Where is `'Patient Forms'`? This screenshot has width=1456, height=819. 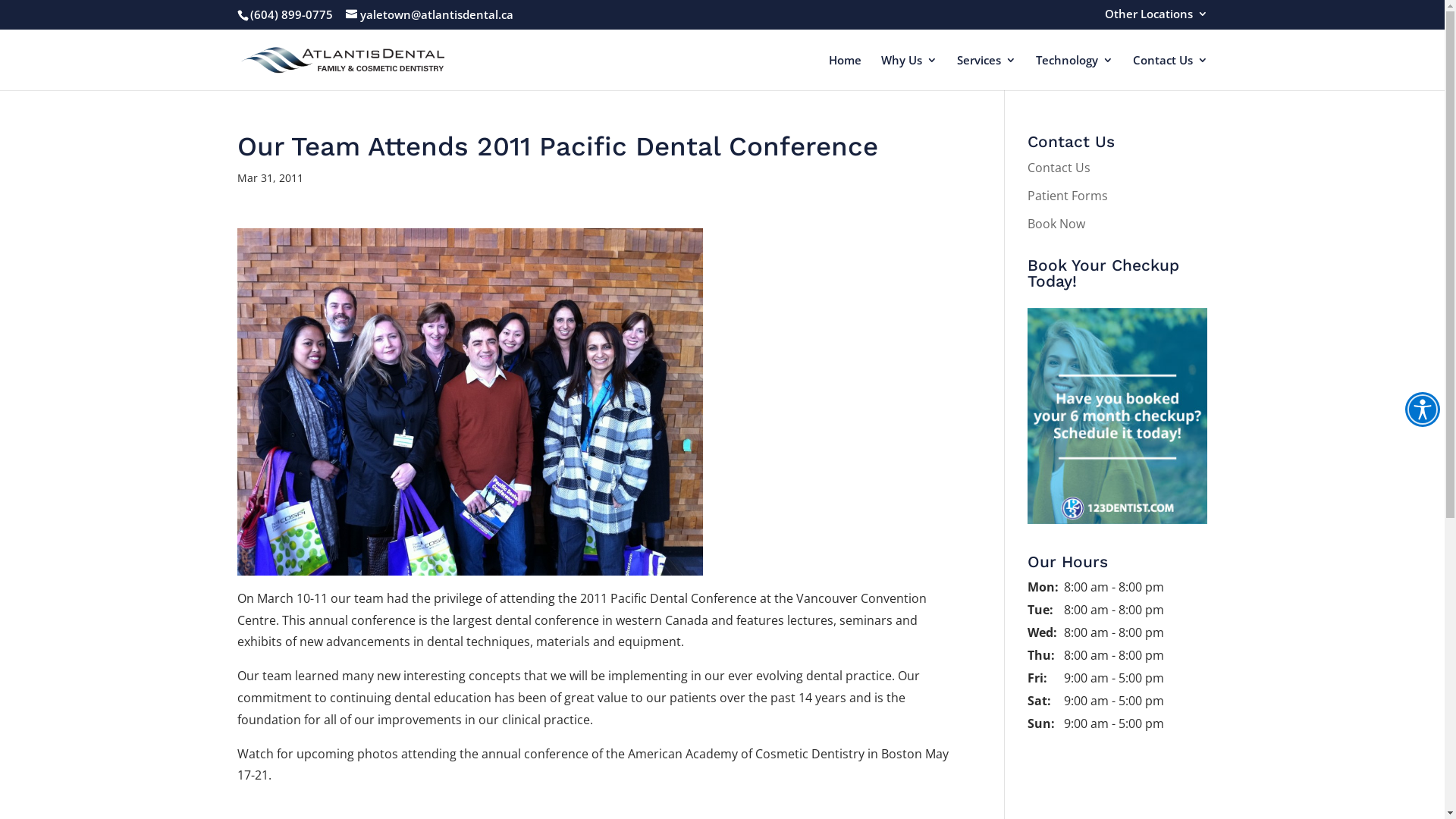 'Patient Forms' is located at coordinates (1066, 195).